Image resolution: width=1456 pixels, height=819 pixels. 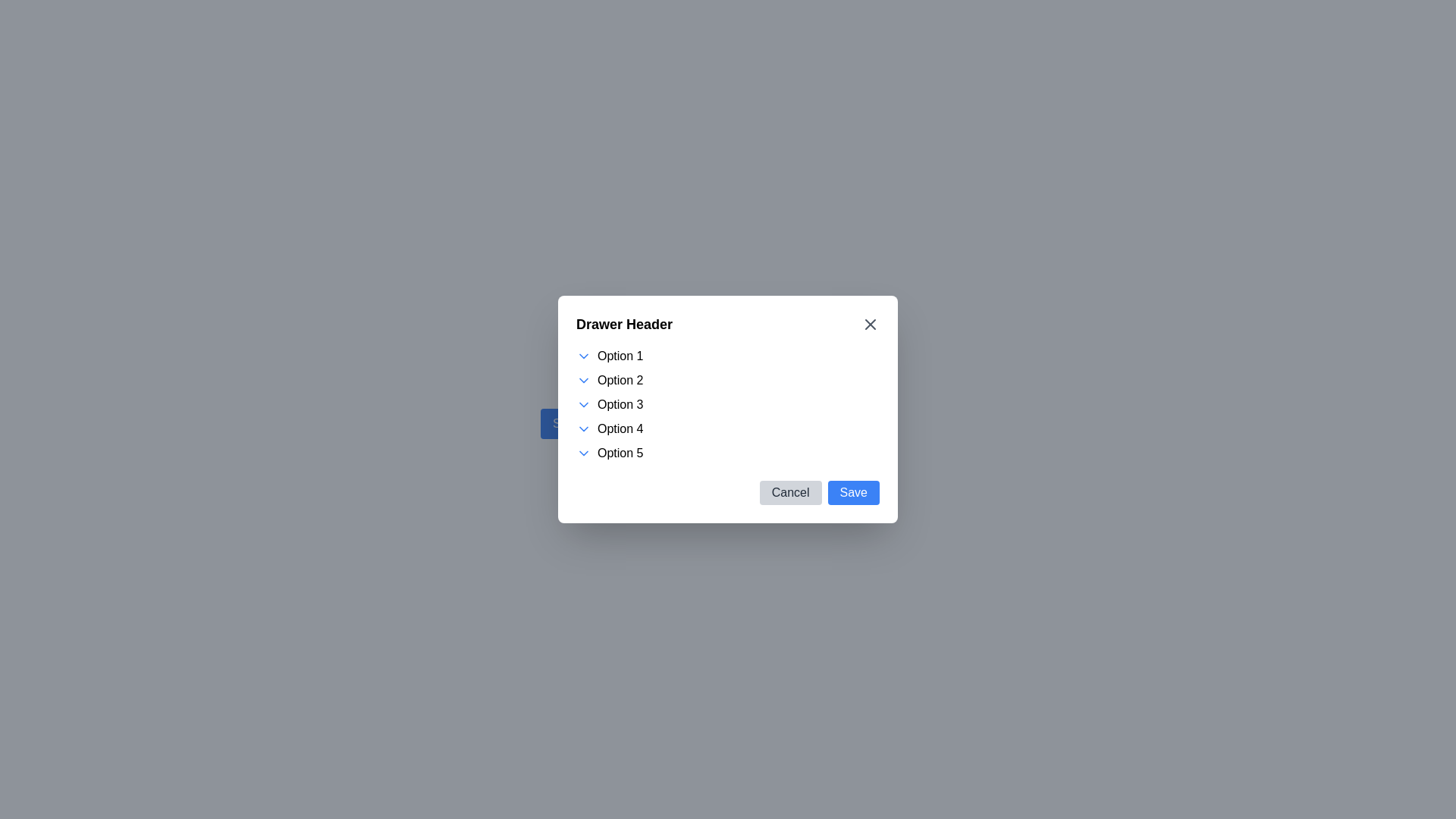 I want to click on the 'Save' button with a blue background and white text located in the modal footer, so click(x=853, y=493).